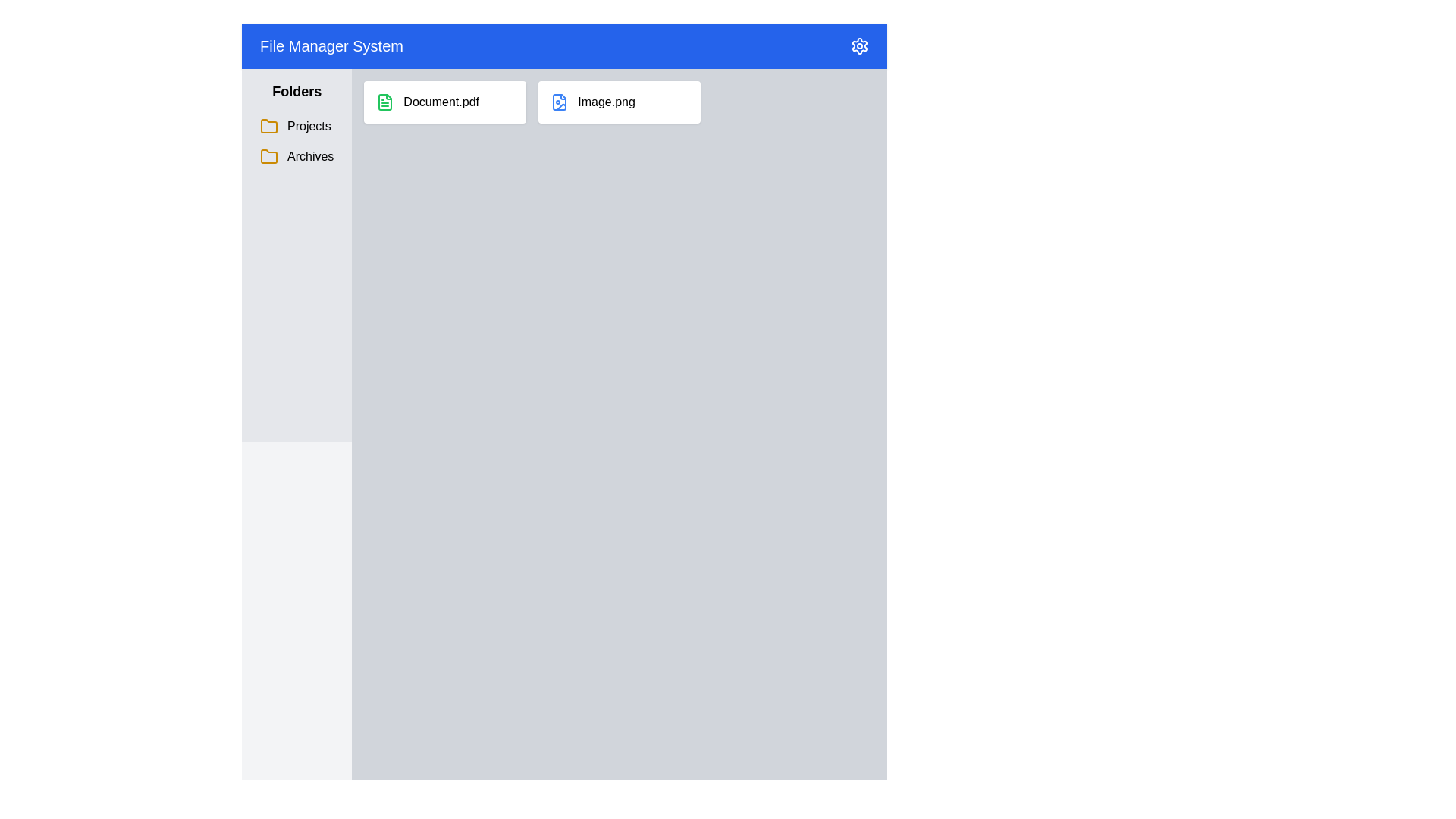 This screenshot has height=819, width=1456. Describe the element at coordinates (559, 102) in the screenshot. I see `the details of the image file icon representing 'Image.png', which is located in the second file entry of the horizontally structured list` at that location.